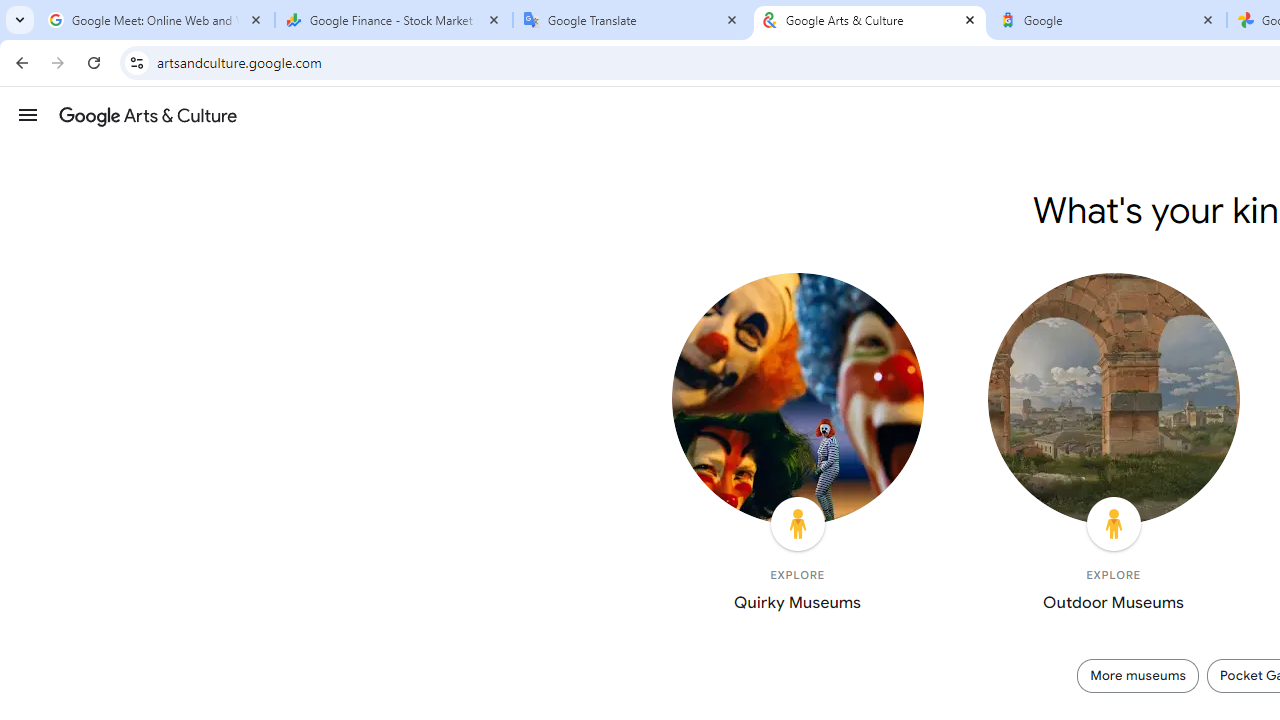 This screenshot has height=720, width=1280. Describe the element at coordinates (1107, 20) in the screenshot. I see `'Google'` at that location.